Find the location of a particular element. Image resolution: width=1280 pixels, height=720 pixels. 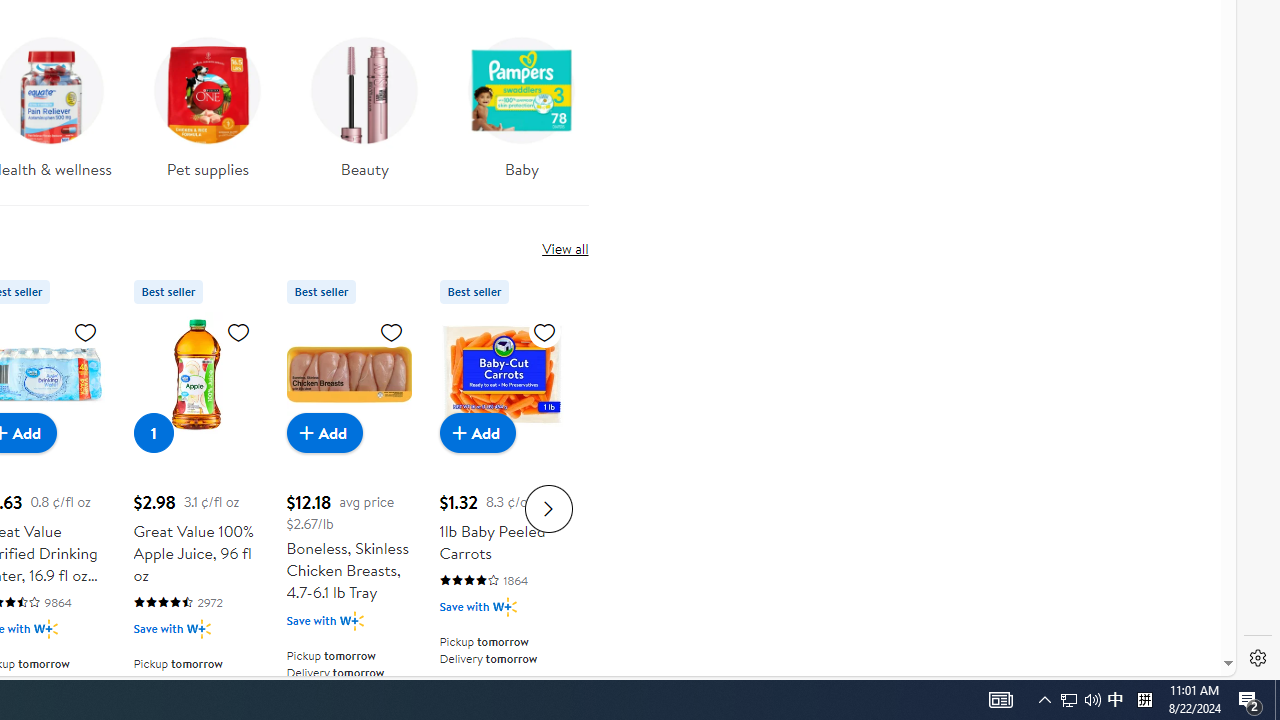

'Baby' is located at coordinates (522, 114).